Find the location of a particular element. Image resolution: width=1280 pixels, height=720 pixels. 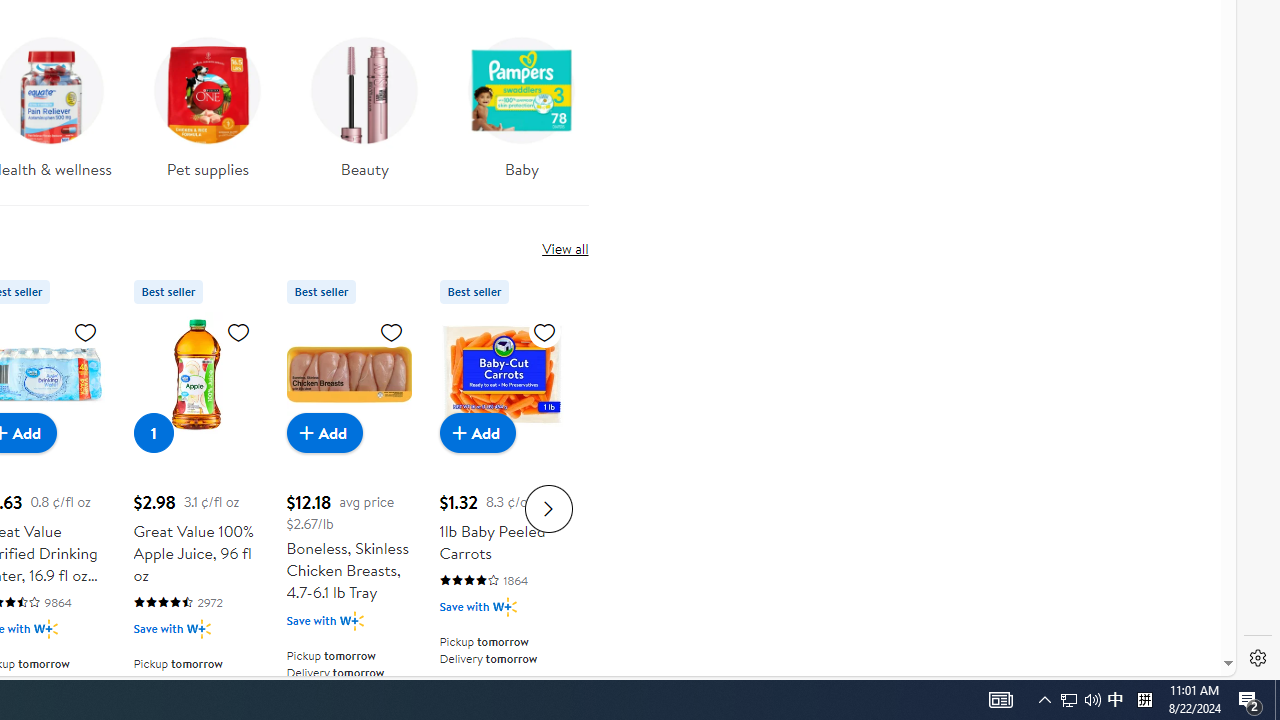

'Baby' is located at coordinates (522, 114).